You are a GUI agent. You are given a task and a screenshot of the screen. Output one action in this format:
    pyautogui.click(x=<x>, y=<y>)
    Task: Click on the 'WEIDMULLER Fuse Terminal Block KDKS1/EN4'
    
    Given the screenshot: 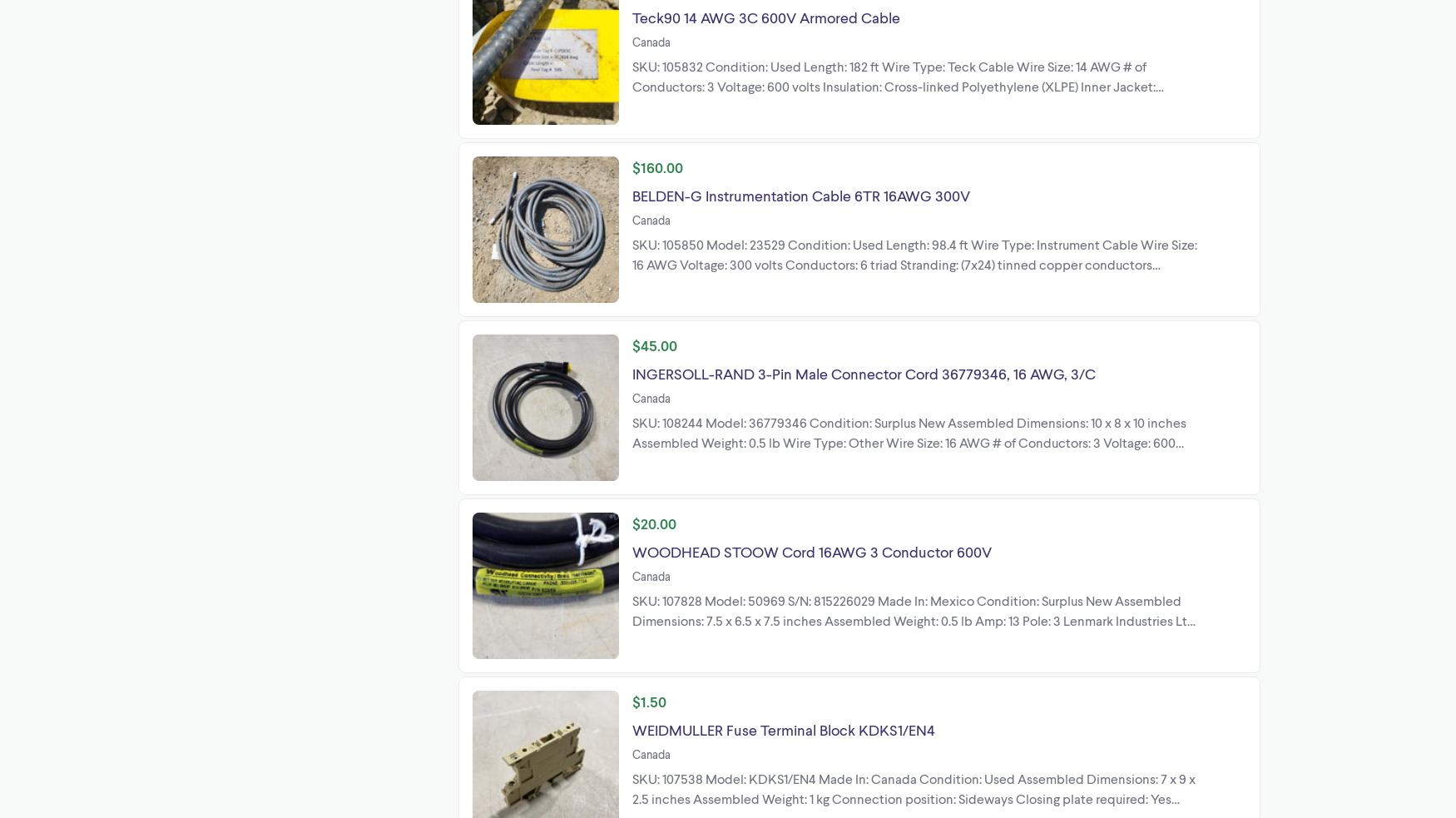 What is the action you would take?
    pyautogui.click(x=784, y=728)
    